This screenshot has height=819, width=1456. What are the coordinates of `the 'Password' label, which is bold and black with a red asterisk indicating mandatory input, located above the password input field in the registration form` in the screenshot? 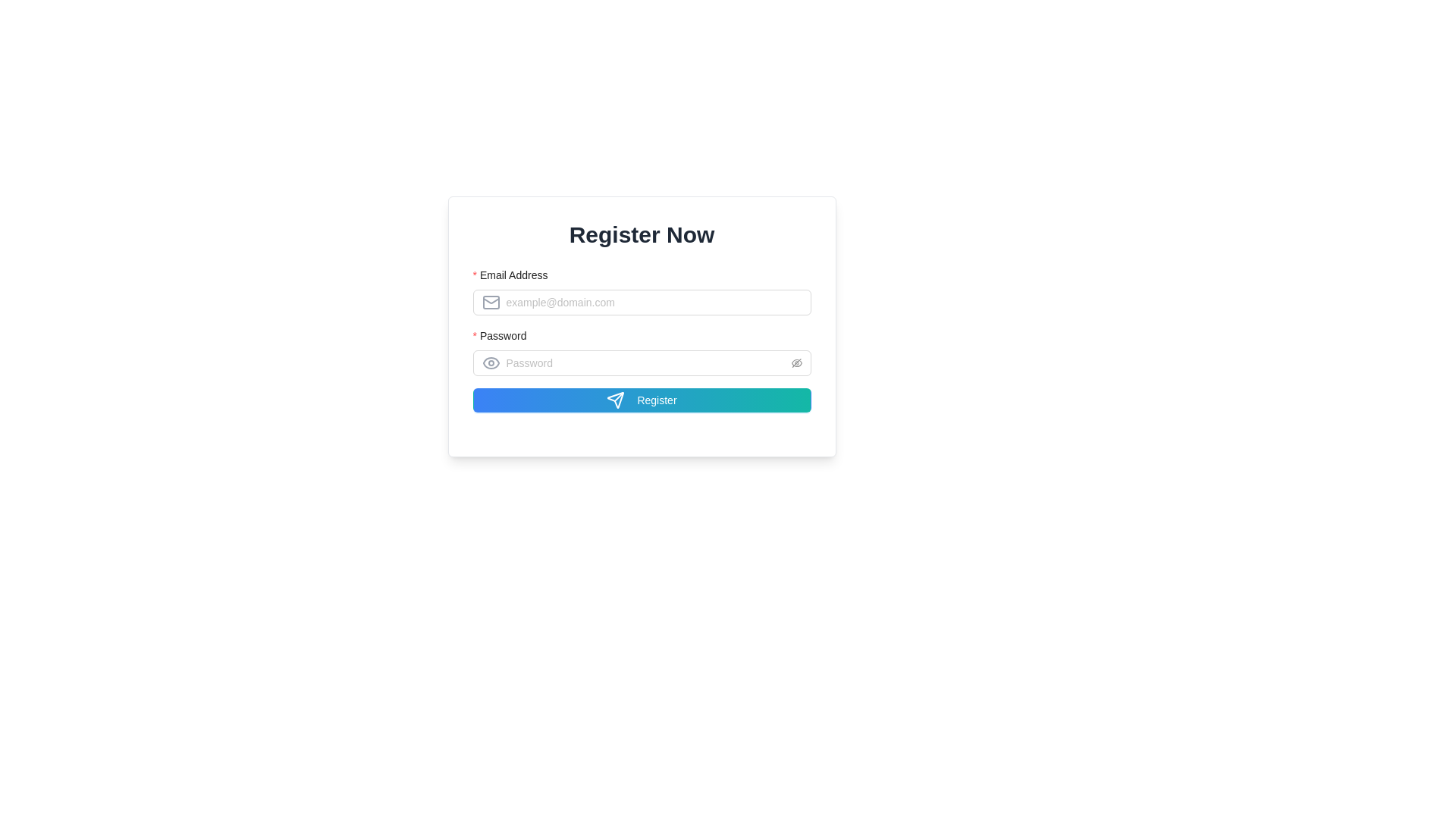 It's located at (504, 335).